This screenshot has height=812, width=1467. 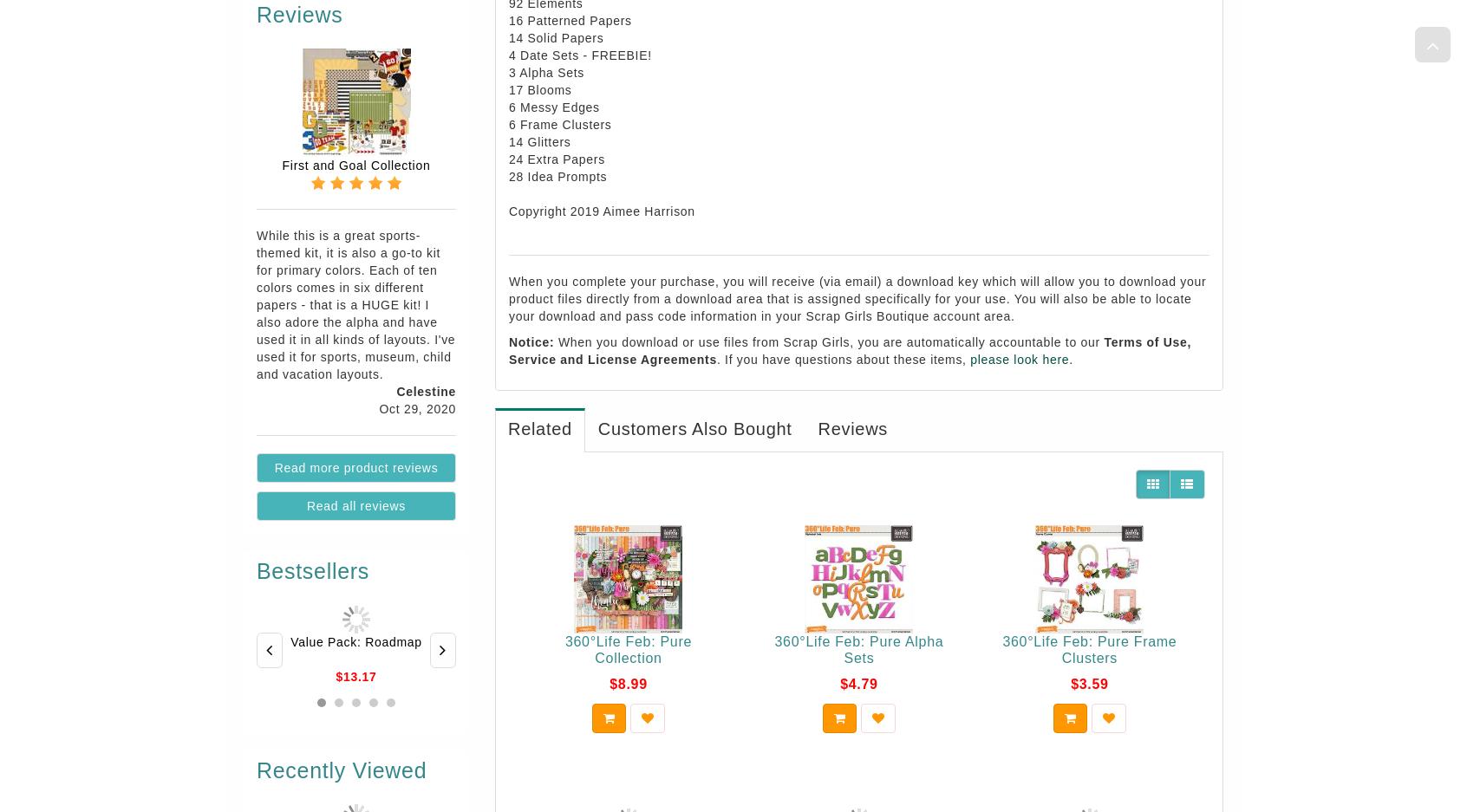 What do you see at coordinates (507, 107) in the screenshot?
I see `'6 Messy Edges'` at bounding box center [507, 107].